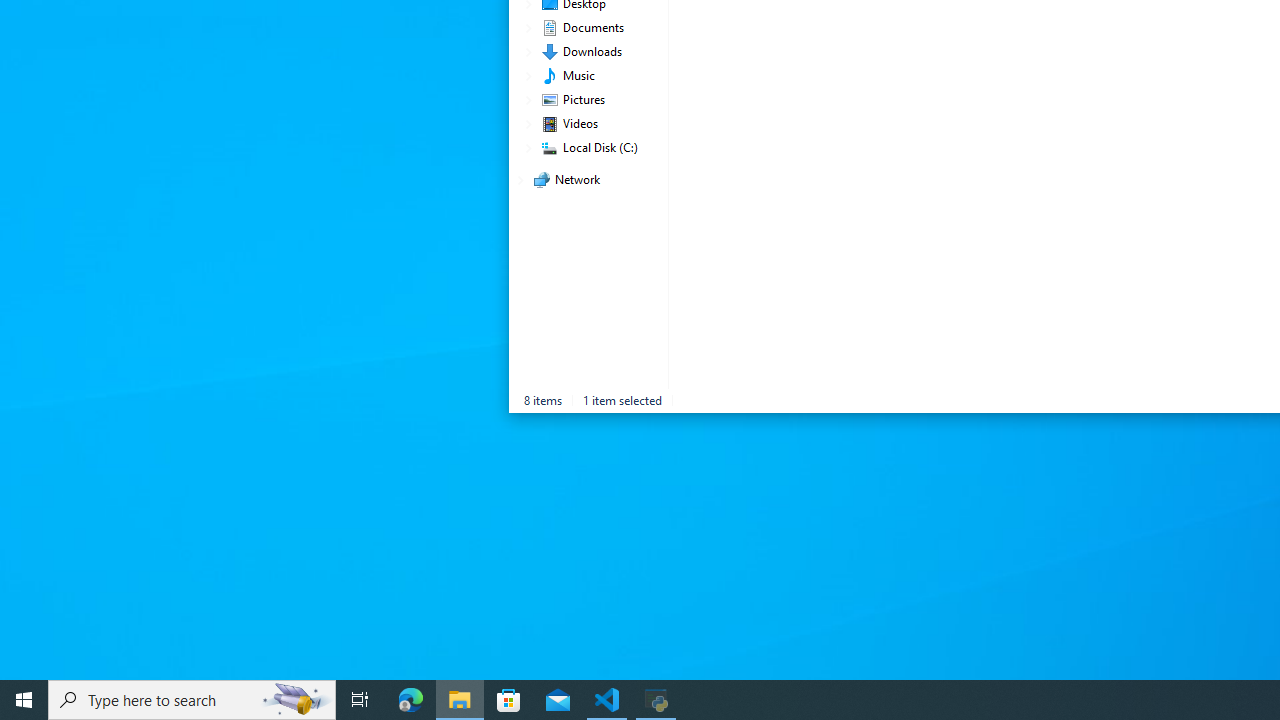  Describe the element at coordinates (459, 698) in the screenshot. I see `'File Explorer - 1 running window'` at that location.